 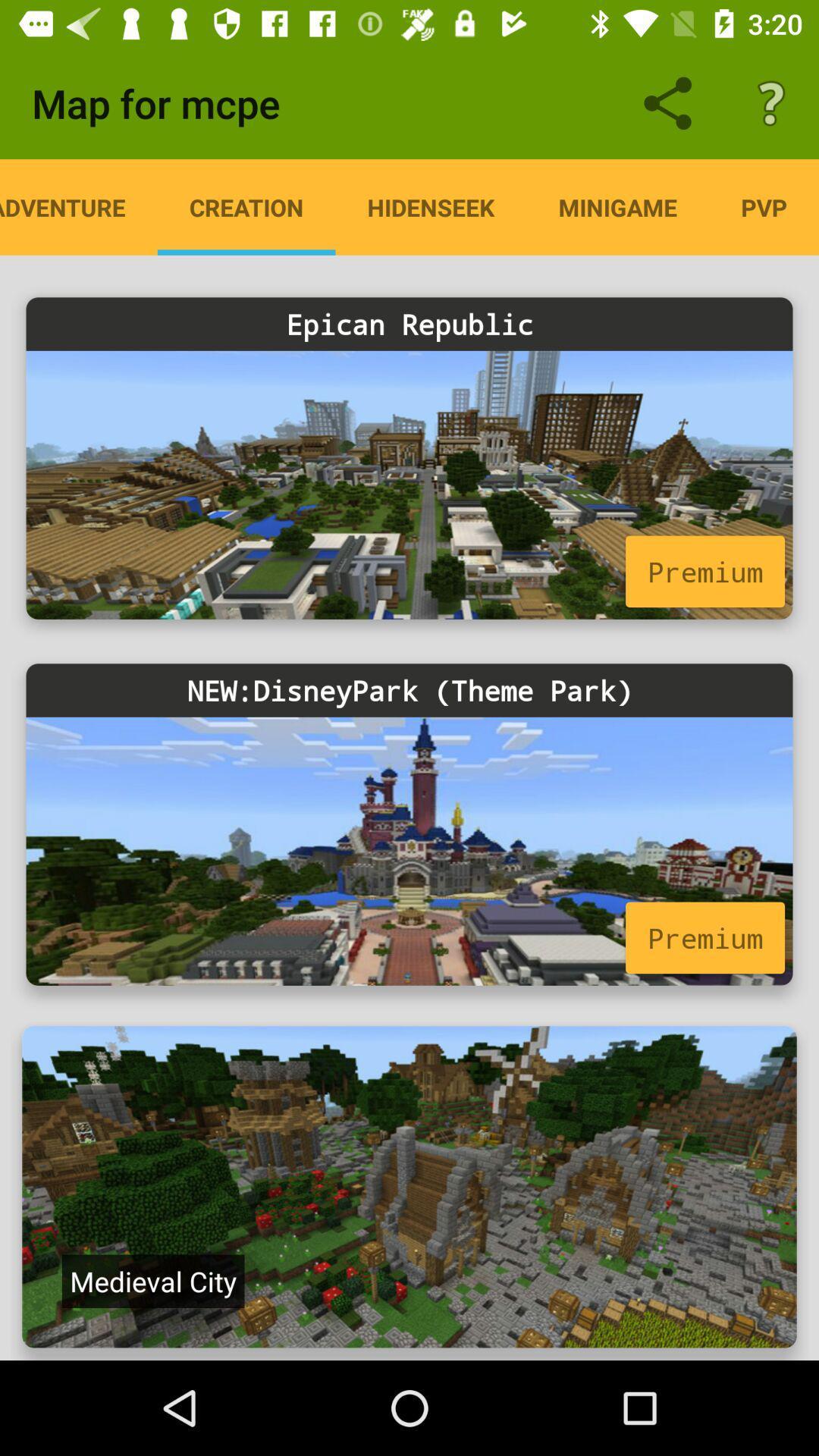 I want to click on the text hidenseek in the yellow background, so click(x=431, y=206).